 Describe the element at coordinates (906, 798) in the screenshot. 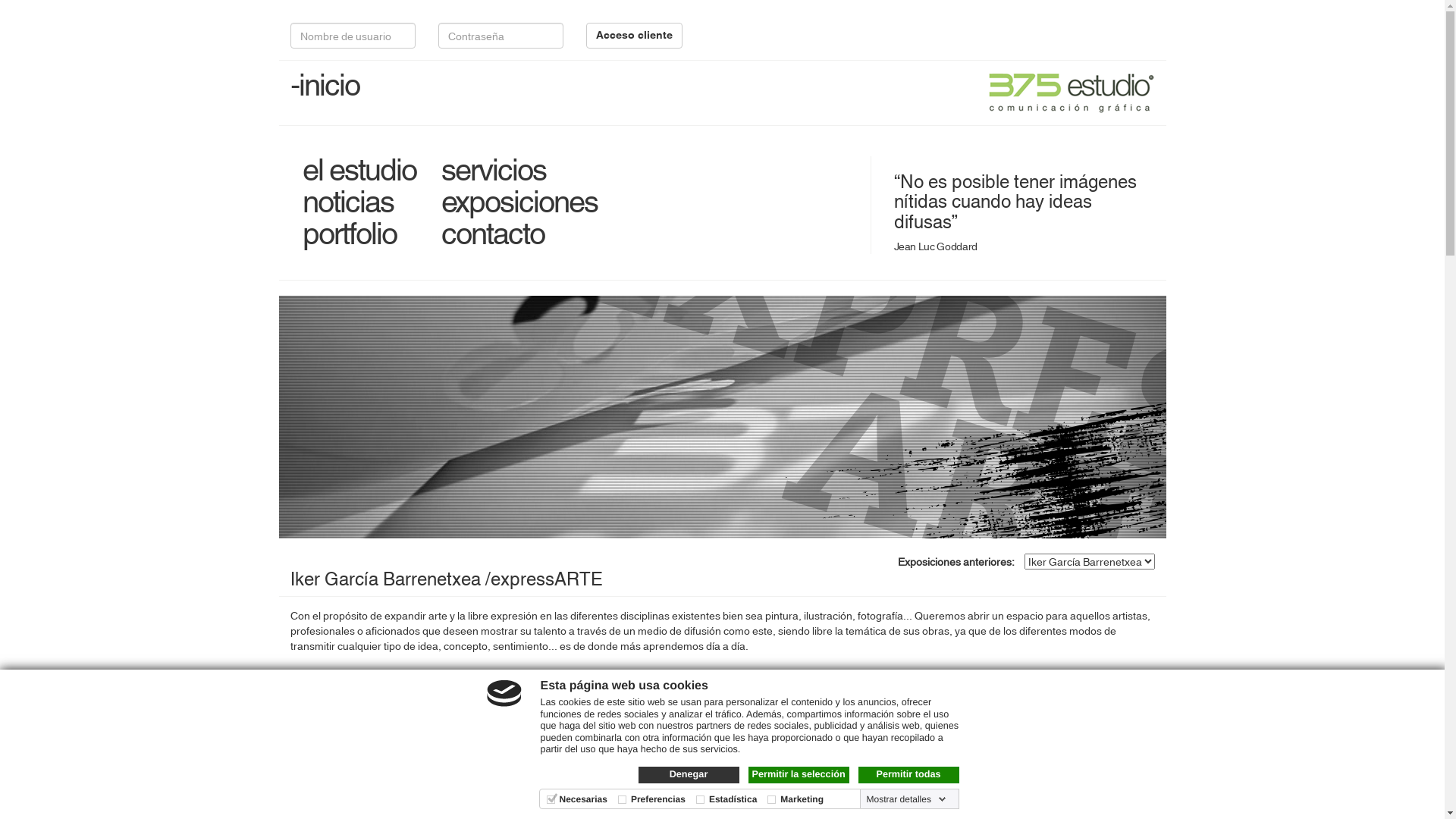

I see `'Mostrar detalles'` at that location.